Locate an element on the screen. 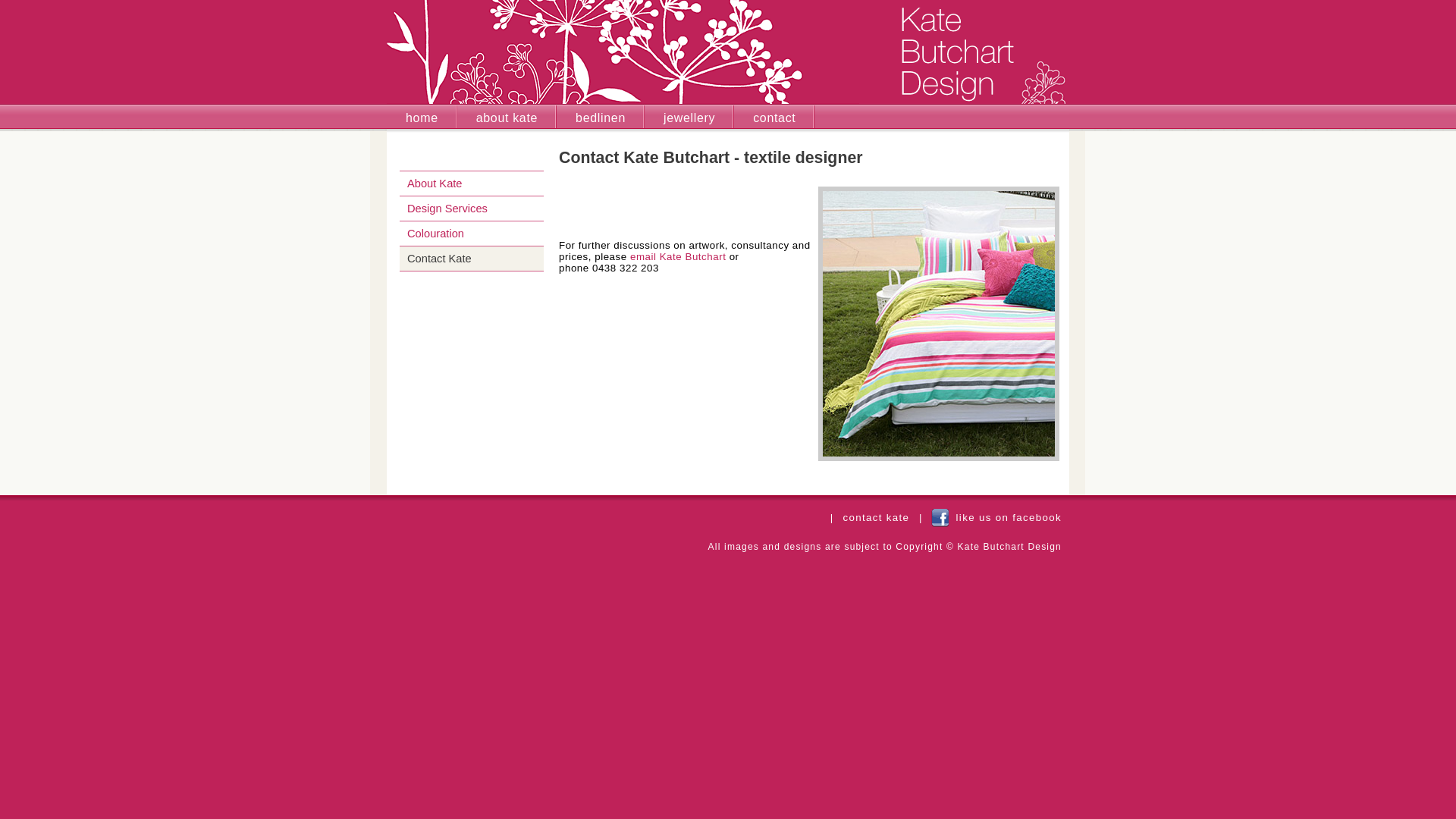 The height and width of the screenshot is (819, 1456). 'home' is located at coordinates (386, 116).